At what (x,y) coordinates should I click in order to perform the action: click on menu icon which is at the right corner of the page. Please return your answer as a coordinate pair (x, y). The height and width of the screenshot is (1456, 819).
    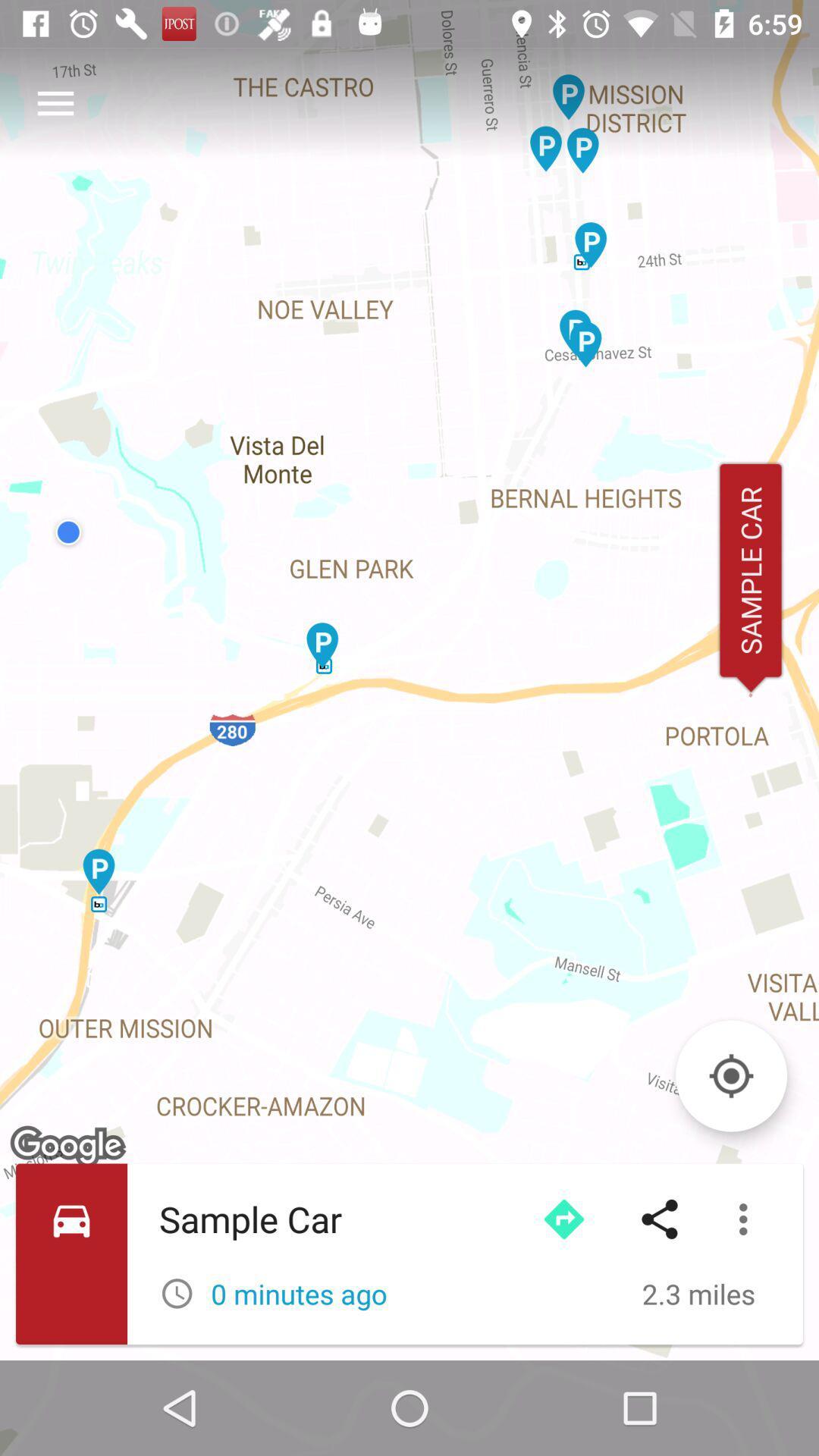
    Looking at the image, I should click on (746, 1219).